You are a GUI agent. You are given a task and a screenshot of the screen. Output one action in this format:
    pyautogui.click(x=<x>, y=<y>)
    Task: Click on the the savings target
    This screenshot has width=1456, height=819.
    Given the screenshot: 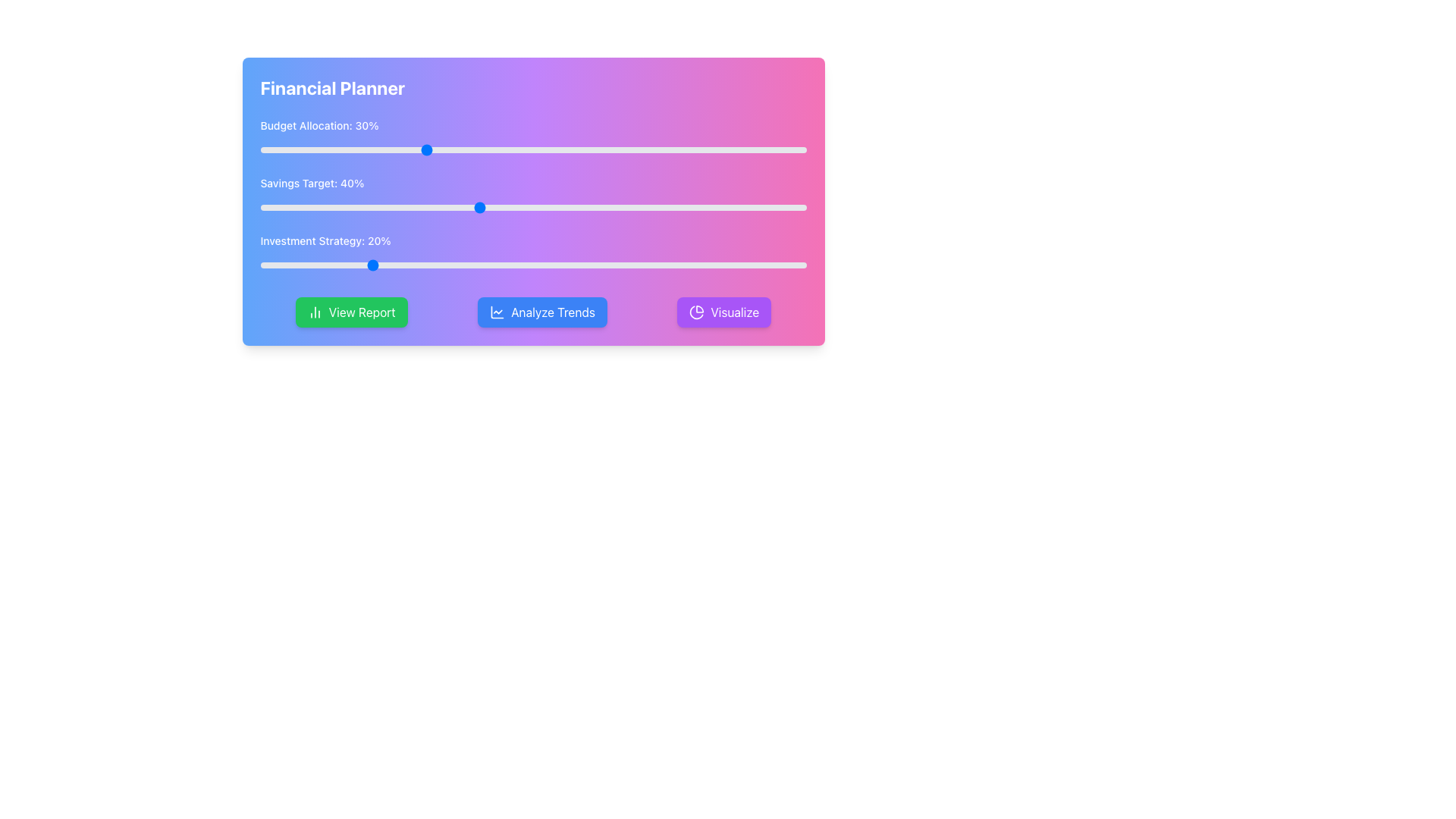 What is the action you would take?
    pyautogui.click(x=489, y=207)
    